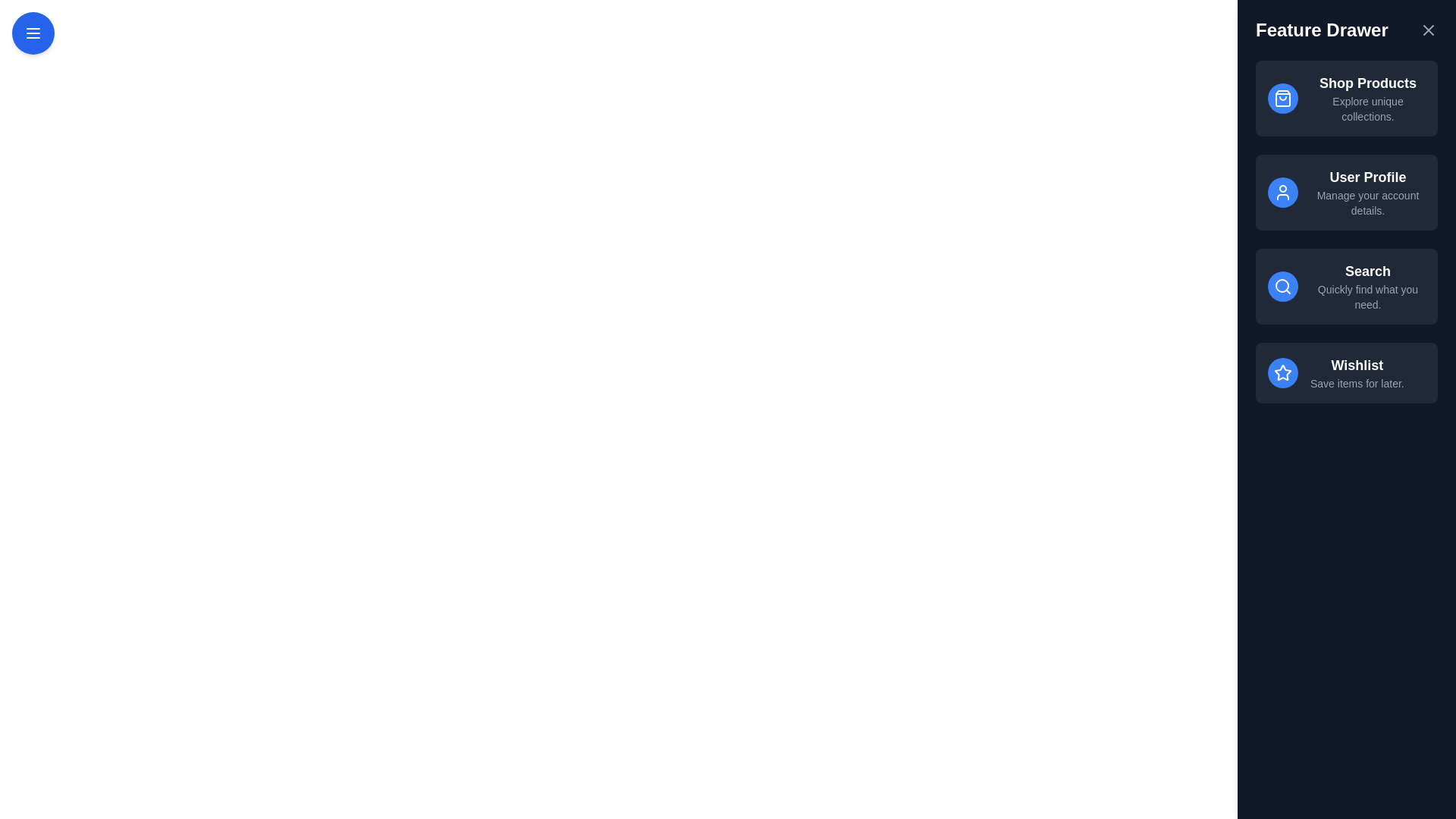  What do you see at coordinates (1347, 373) in the screenshot?
I see `the feature item corresponding to Wishlist in the drawer` at bounding box center [1347, 373].